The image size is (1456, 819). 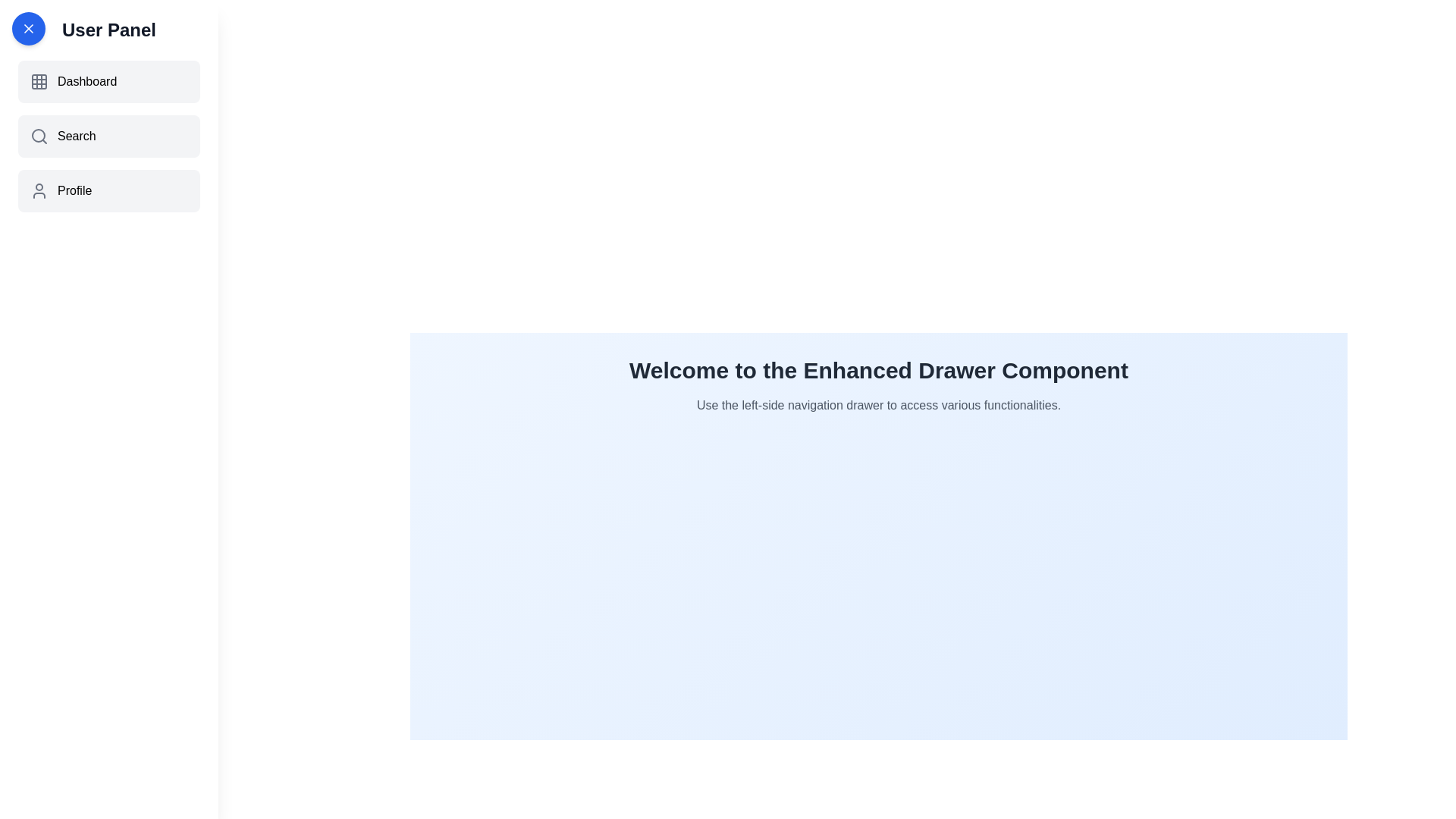 I want to click on the user profile SVG icon located in the navigation panel next to the 'Profile' text, so click(x=39, y=190).